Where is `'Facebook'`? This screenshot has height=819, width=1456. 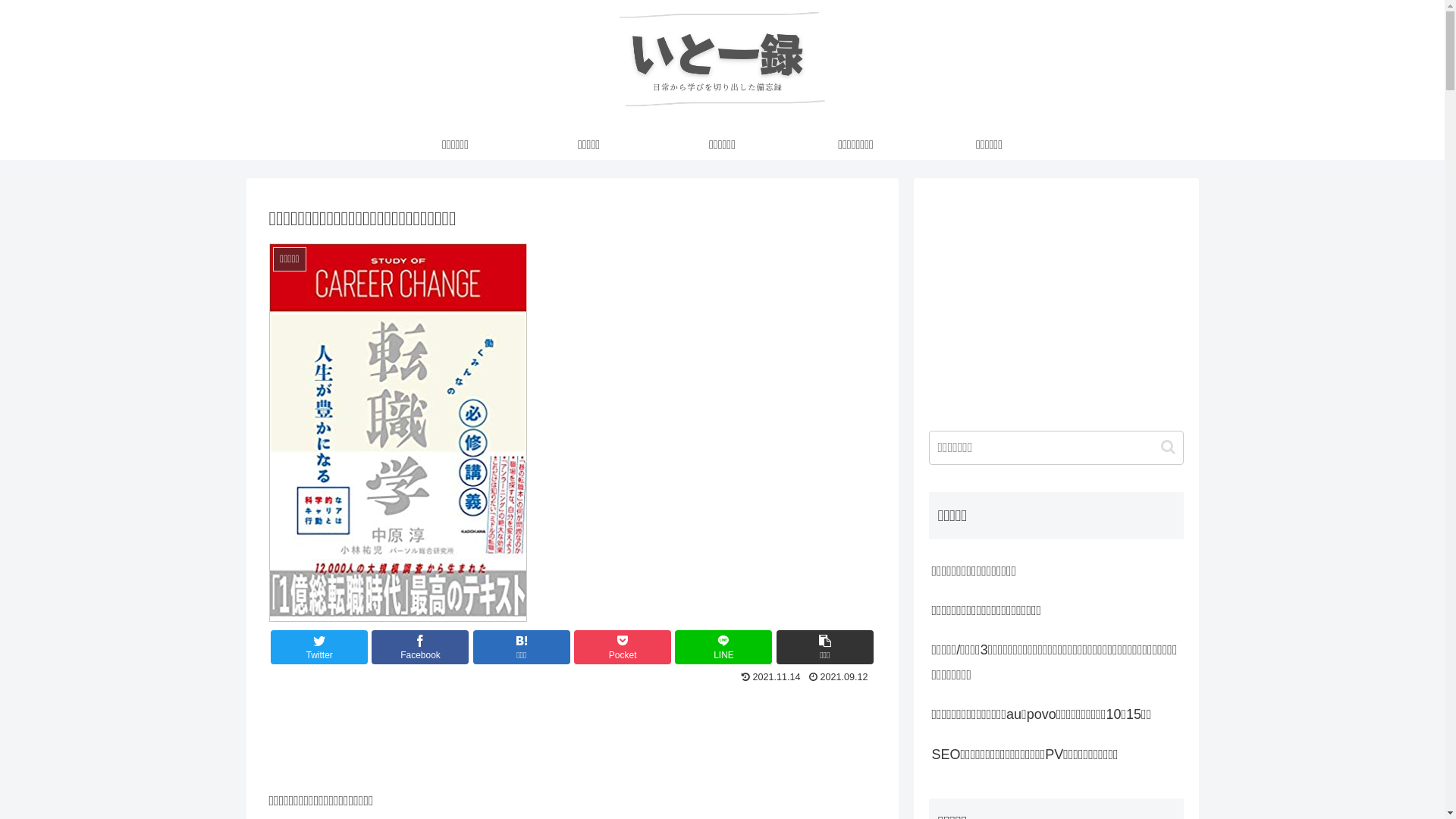
'Facebook' is located at coordinates (419, 647).